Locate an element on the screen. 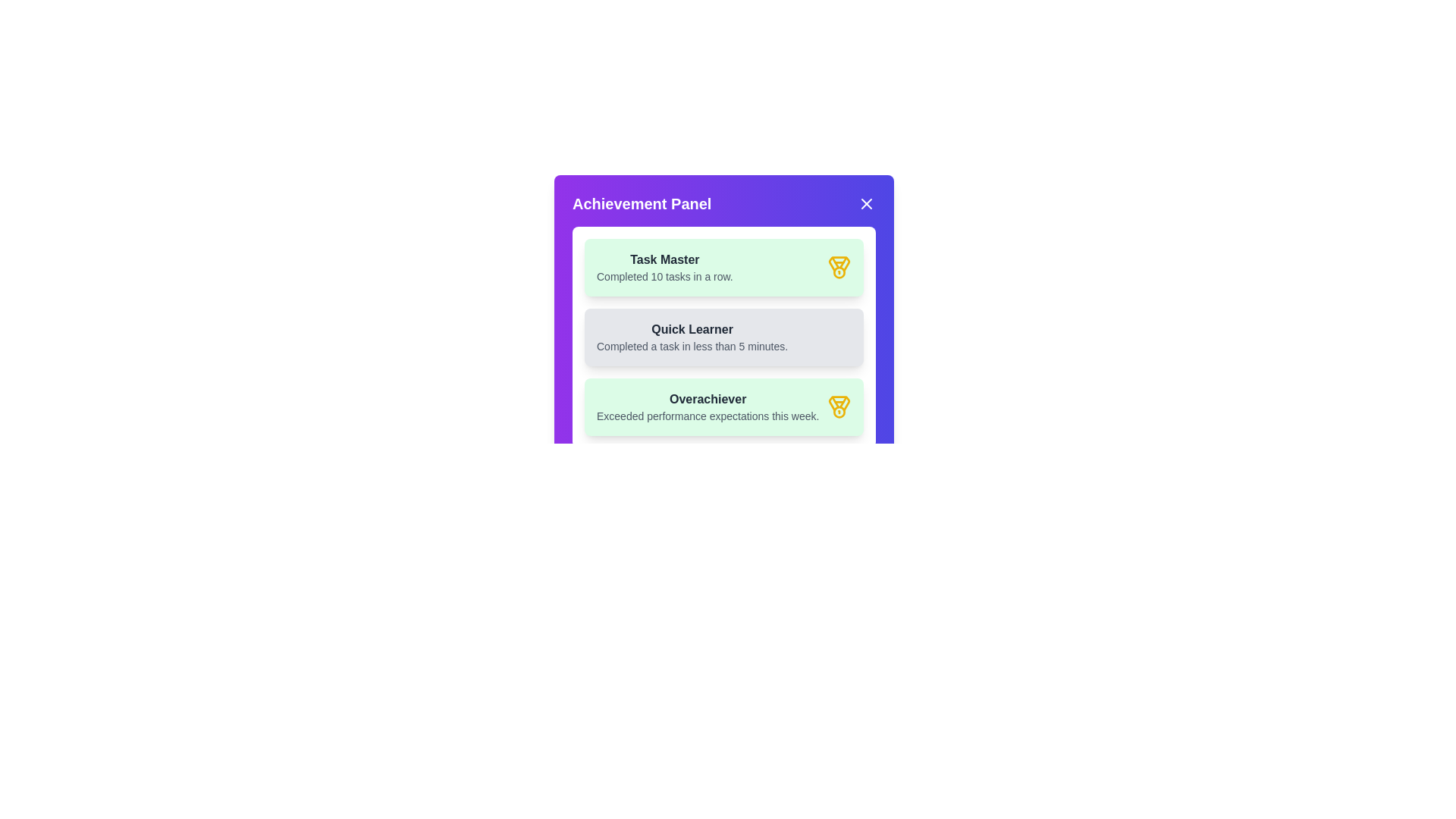  the text label that serves as the title of the achievement section, positioned above the subtitle 'Completed 10 tasks in a row.' and to the left of a gold trophy-shaped icon is located at coordinates (664, 259).